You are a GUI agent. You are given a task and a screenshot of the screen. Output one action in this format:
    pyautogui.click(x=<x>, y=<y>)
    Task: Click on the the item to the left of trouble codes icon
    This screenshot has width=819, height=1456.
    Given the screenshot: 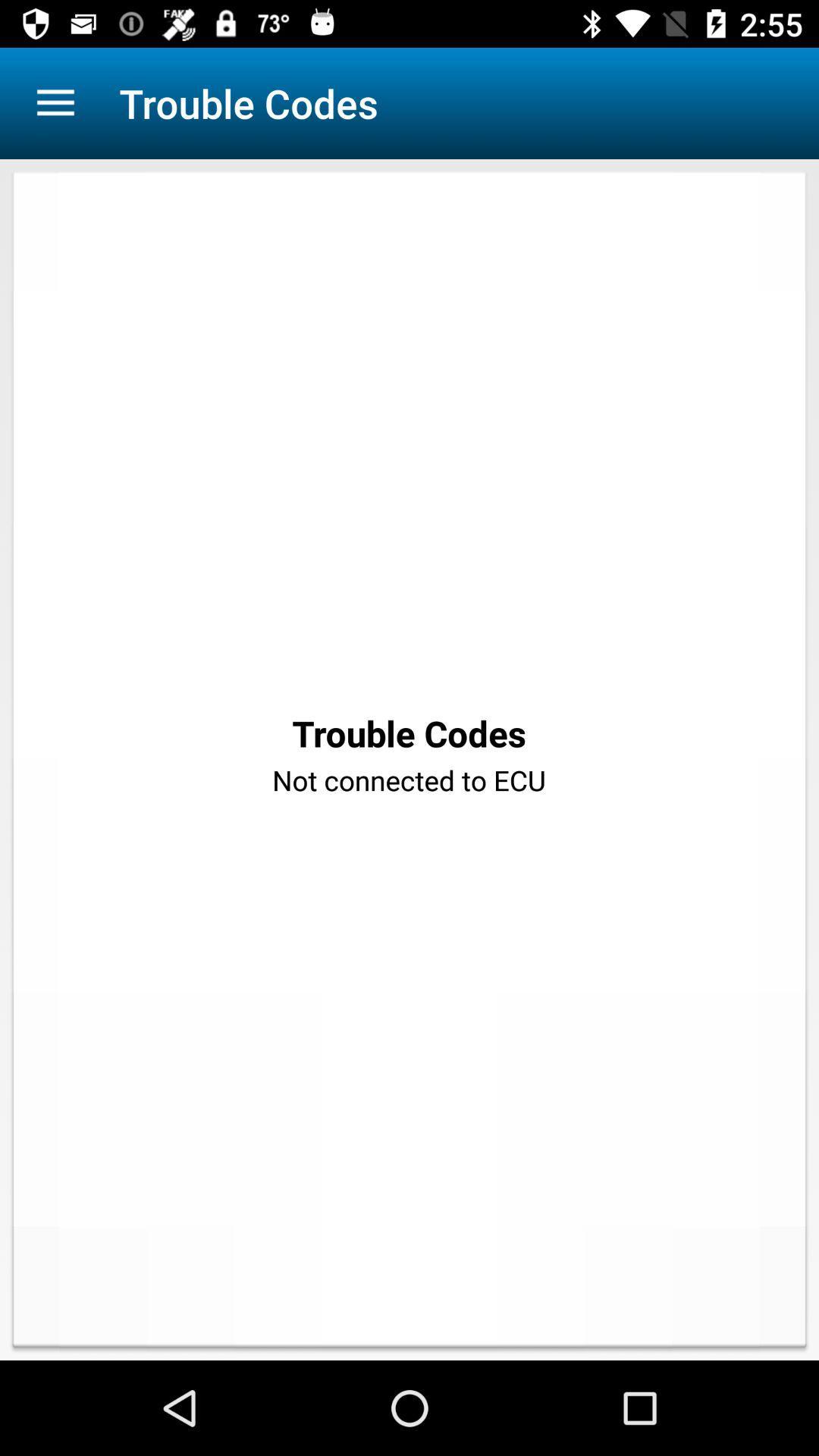 What is the action you would take?
    pyautogui.click(x=55, y=102)
    